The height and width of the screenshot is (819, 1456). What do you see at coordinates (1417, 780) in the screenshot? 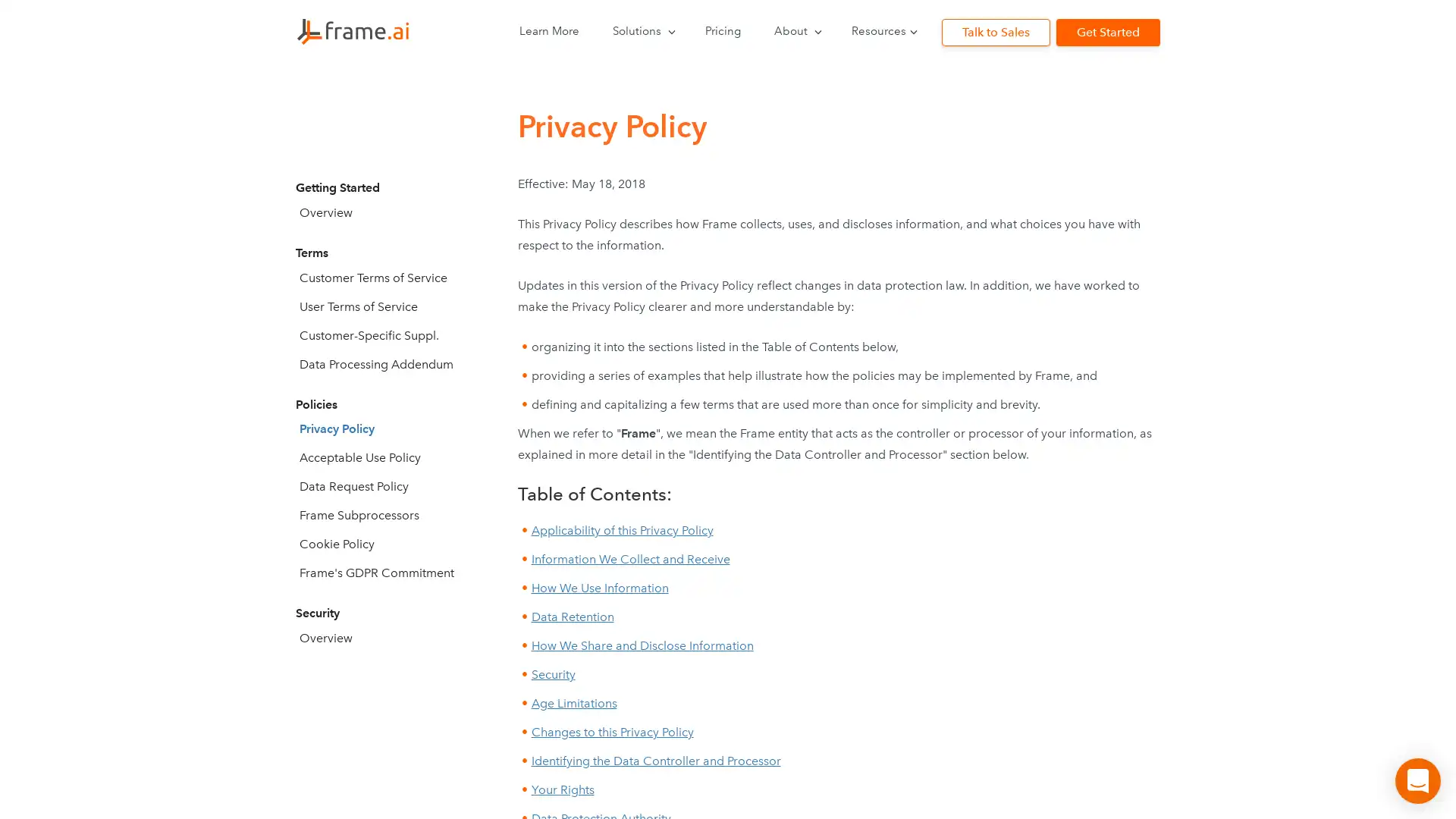
I see `Open Intercom Messenger` at bounding box center [1417, 780].